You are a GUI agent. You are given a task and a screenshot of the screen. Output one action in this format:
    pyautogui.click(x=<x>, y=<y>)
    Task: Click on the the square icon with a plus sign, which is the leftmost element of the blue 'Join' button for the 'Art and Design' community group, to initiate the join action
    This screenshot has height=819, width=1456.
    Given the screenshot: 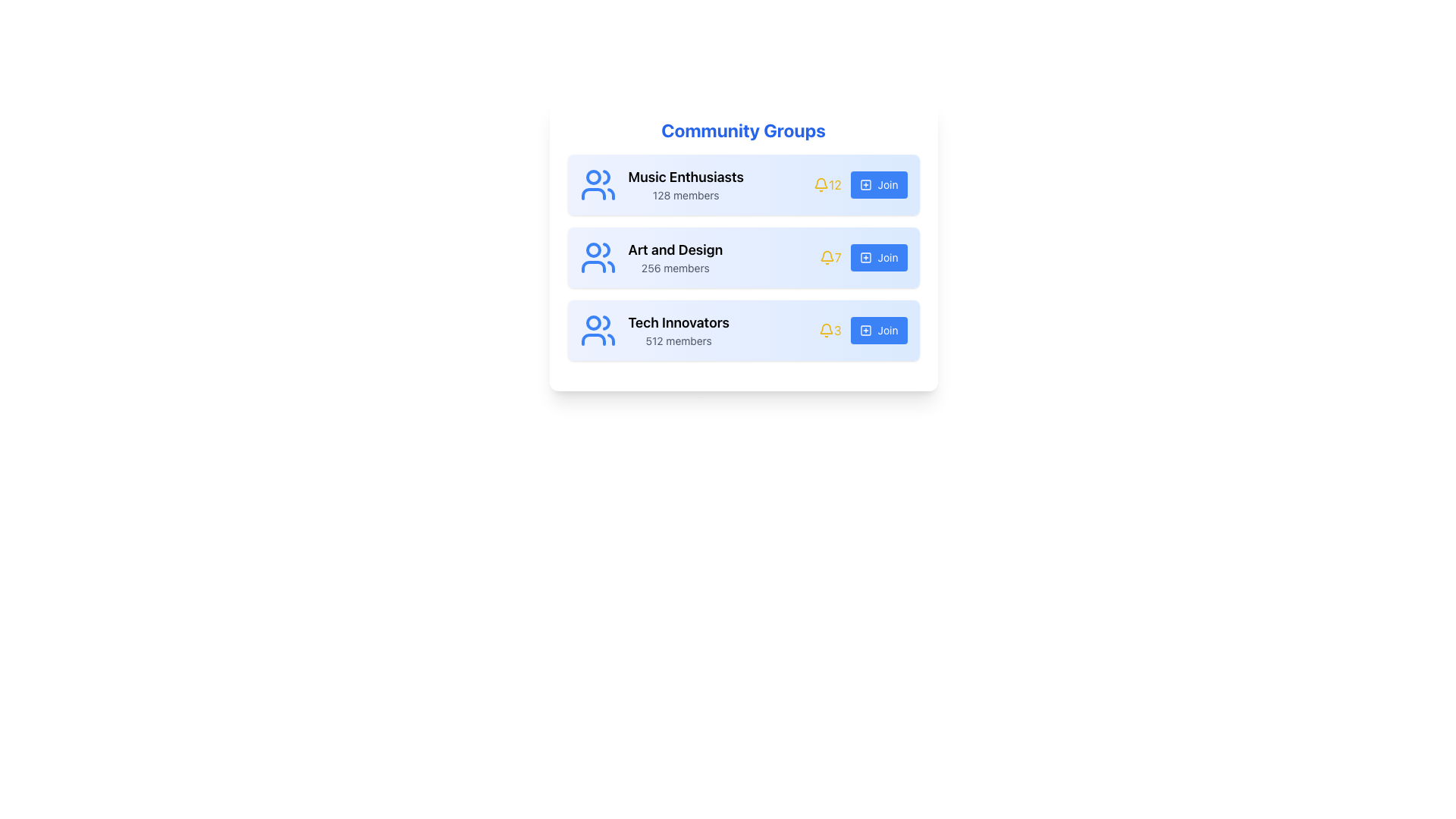 What is the action you would take?
    pyautogui.click(x=865, y=256)
    